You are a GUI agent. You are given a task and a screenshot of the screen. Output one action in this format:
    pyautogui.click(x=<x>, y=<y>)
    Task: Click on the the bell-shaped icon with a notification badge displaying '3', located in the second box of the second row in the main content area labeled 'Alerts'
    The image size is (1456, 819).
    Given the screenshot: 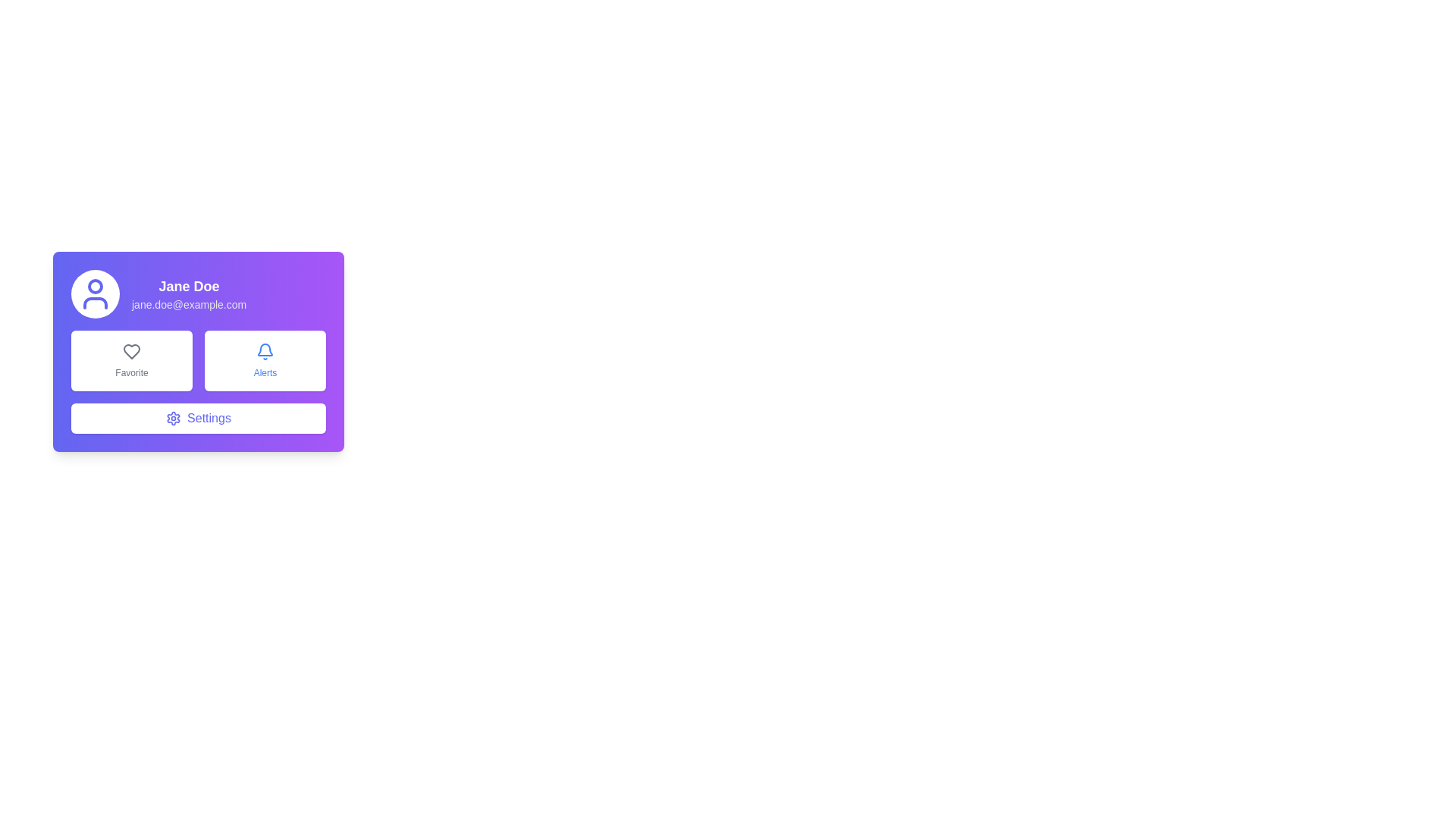 What is the action you would take?
    pyautogui.click(x=265, y=351)
    